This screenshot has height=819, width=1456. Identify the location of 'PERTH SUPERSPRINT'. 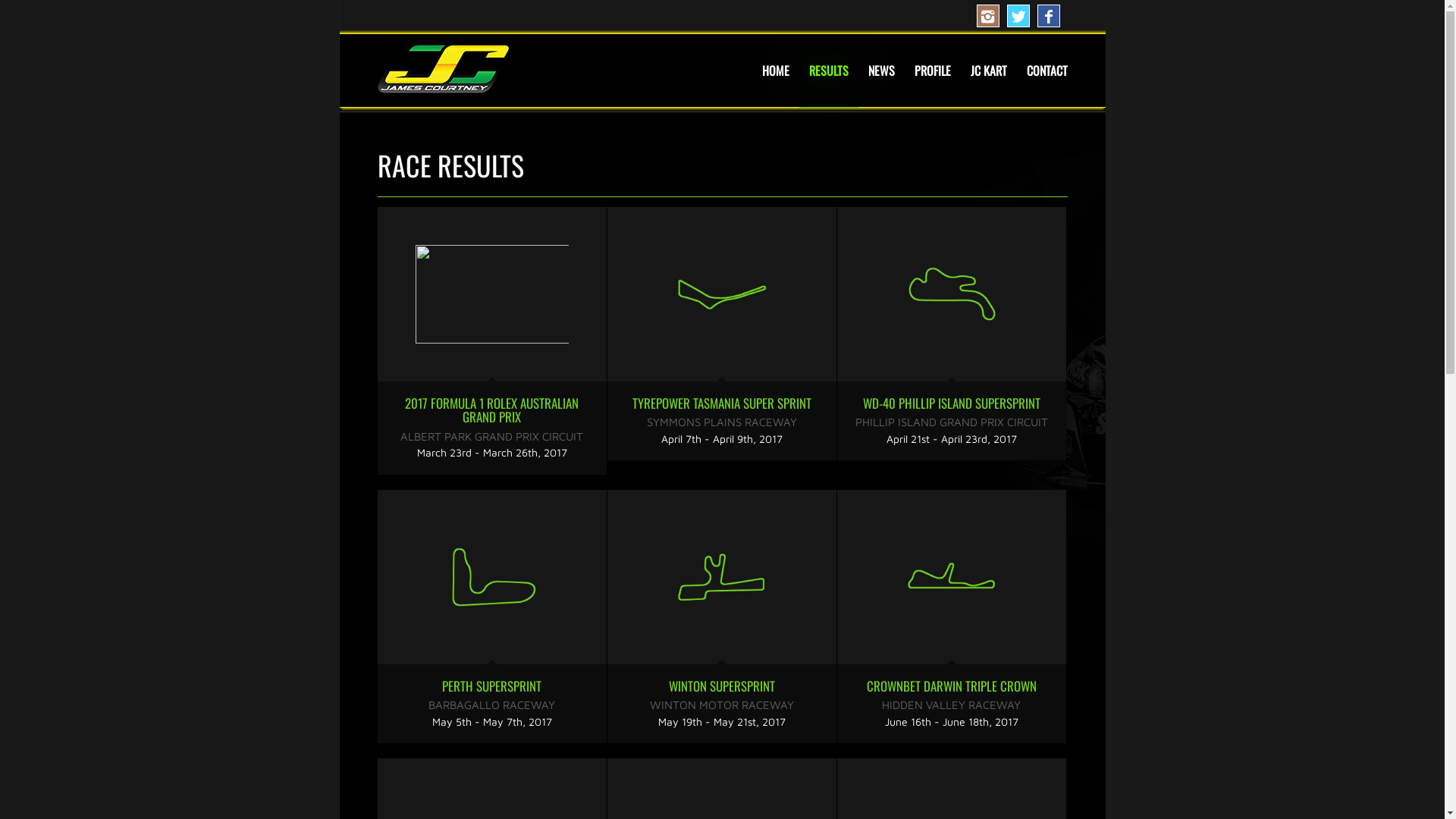
(491, 686).